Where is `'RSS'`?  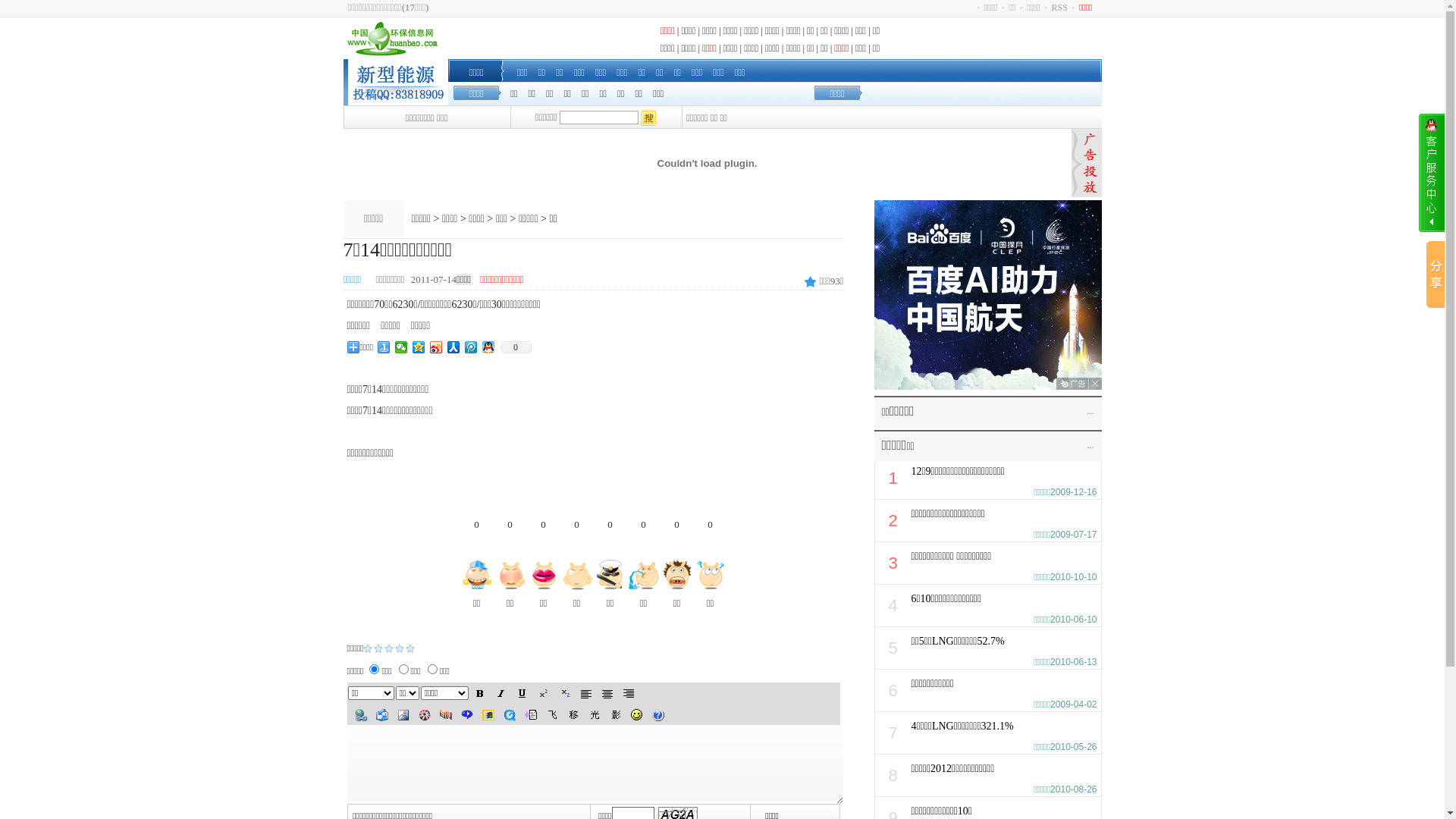 'RSS' is located at coordinates (1059, 8).